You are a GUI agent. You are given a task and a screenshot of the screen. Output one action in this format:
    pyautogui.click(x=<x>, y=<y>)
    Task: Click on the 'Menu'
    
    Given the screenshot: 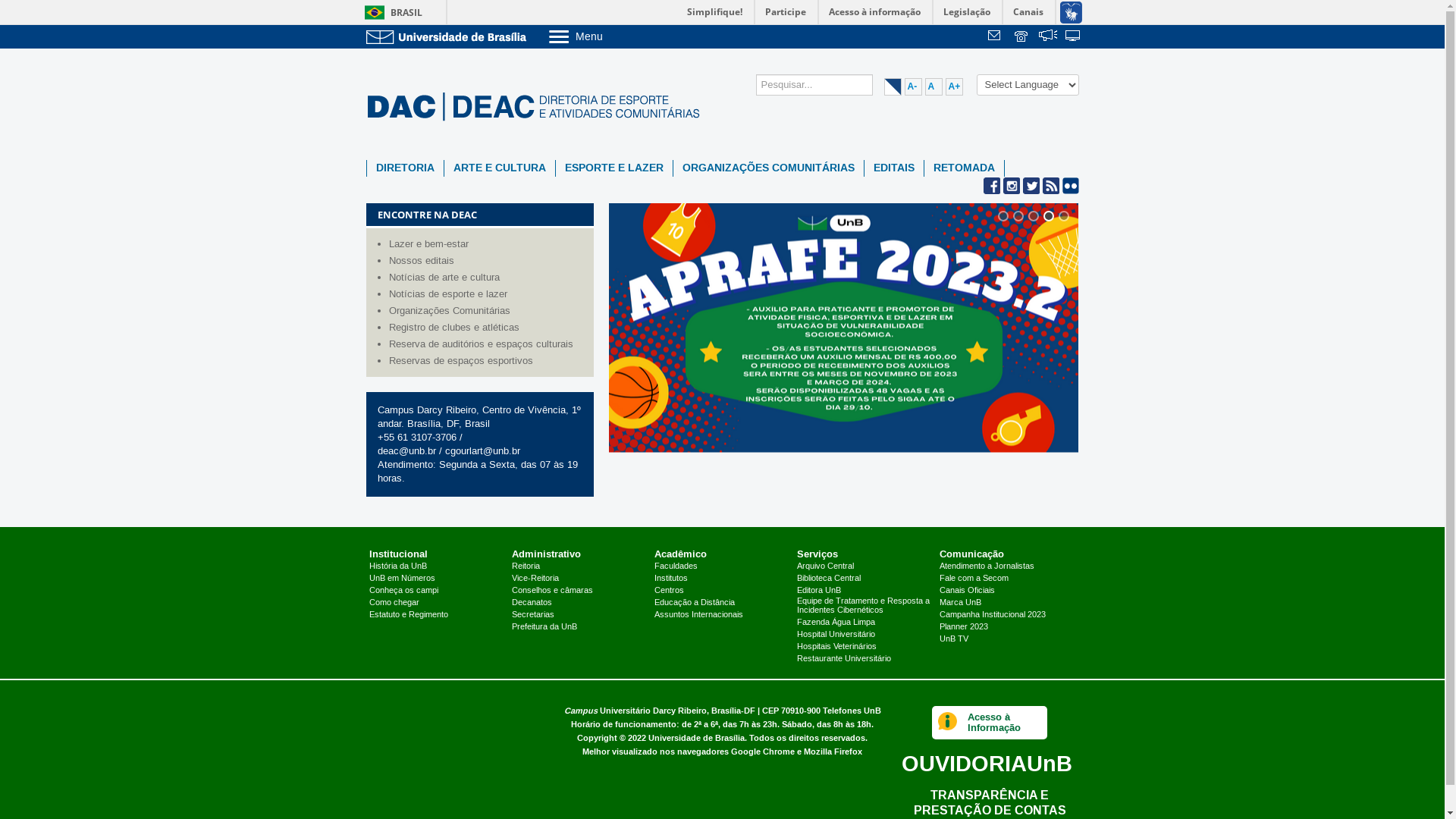 What is the action you would take?
    pyautogui.click(x=546, y=35)
    